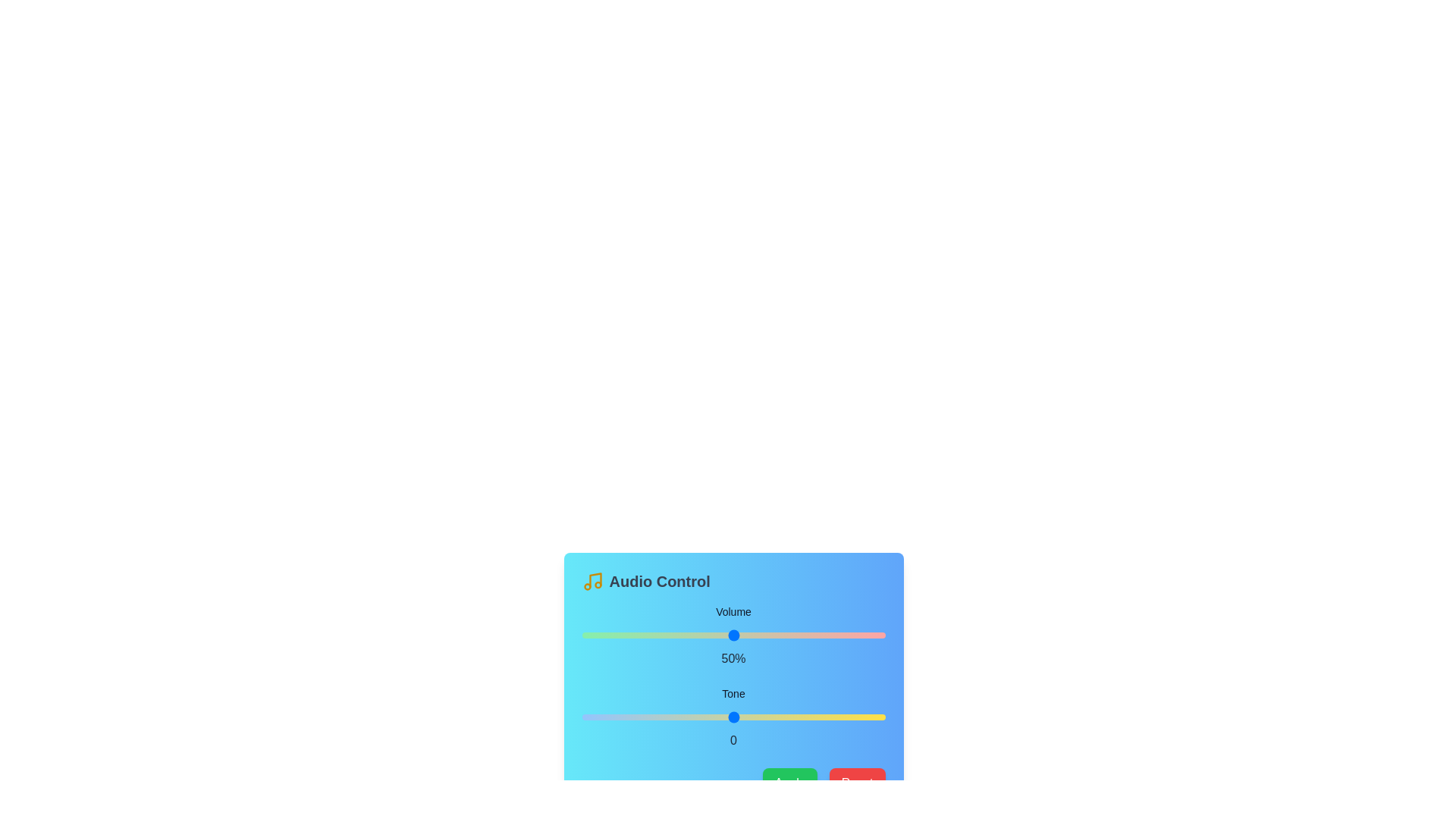 Image resolution: width=1456 pixels, height=819 pixels. I want to click on the Reset button to reset the audio settings, so click(857, 783).